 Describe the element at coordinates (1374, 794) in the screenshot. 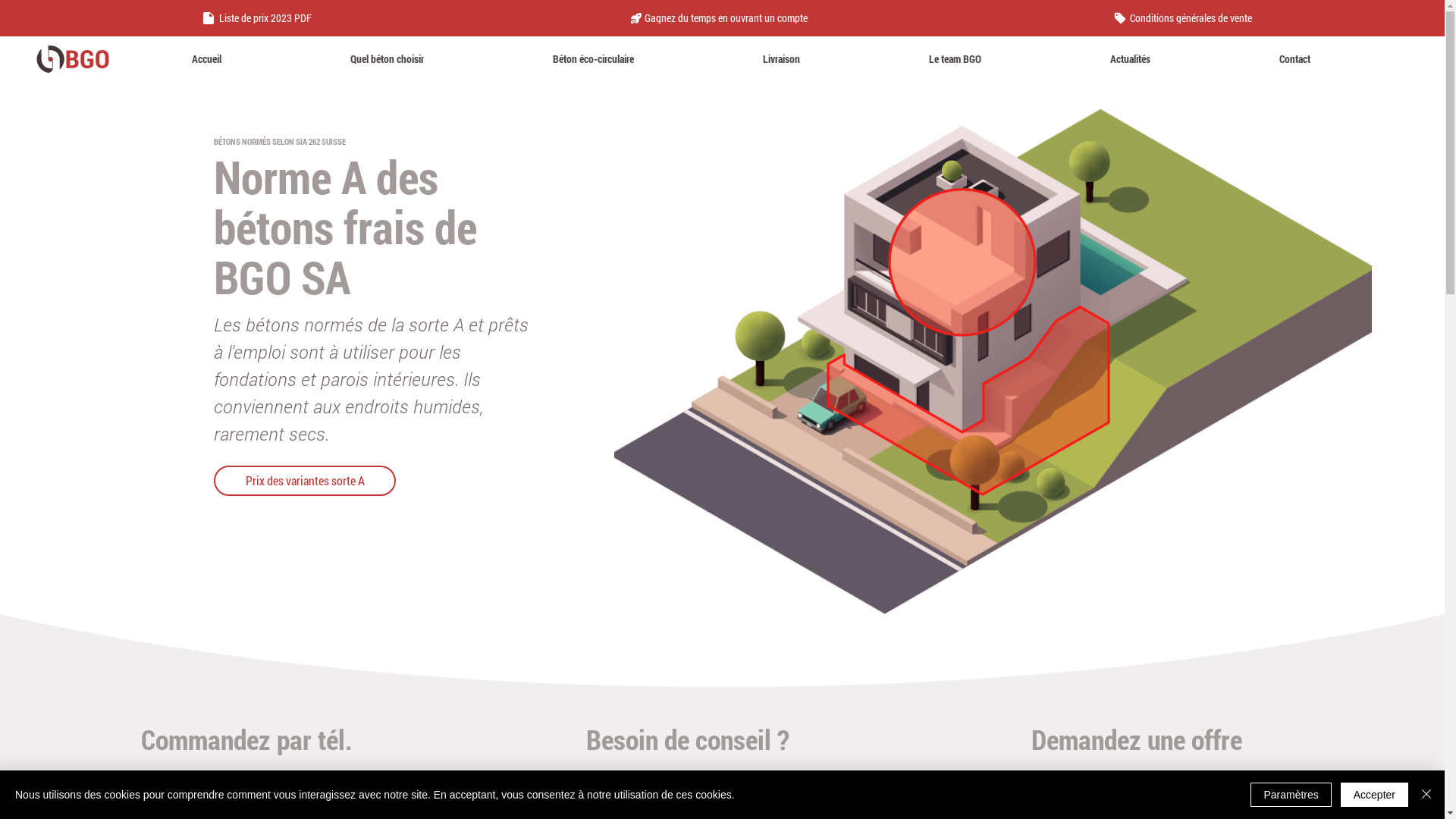

I see `'Accepter'` at that location.